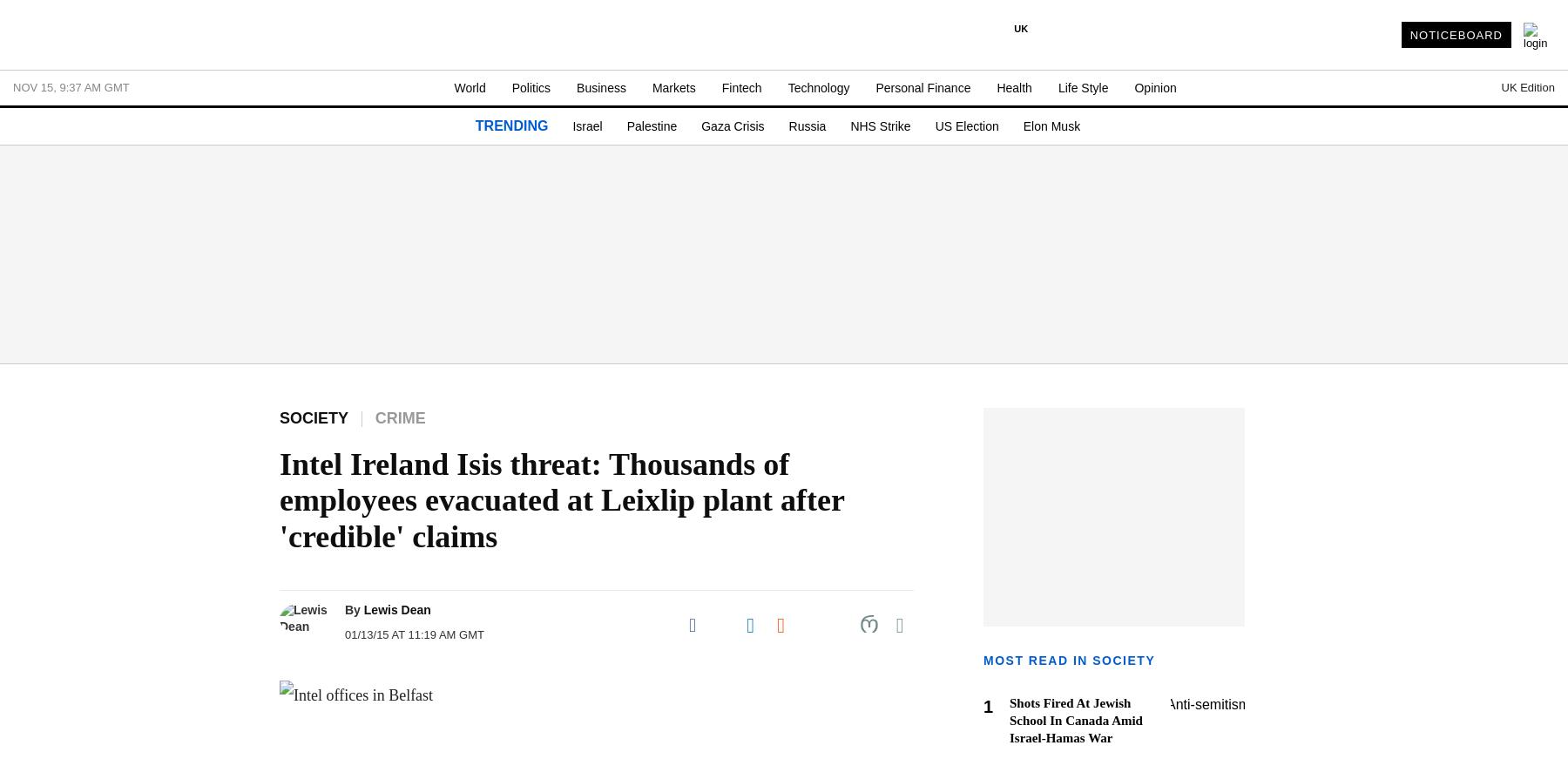 The height and width of the screenshot is (759, 1568). Describe the element at coordinates (1147, 342) in the screenshot. I see `'United States'` at that location.